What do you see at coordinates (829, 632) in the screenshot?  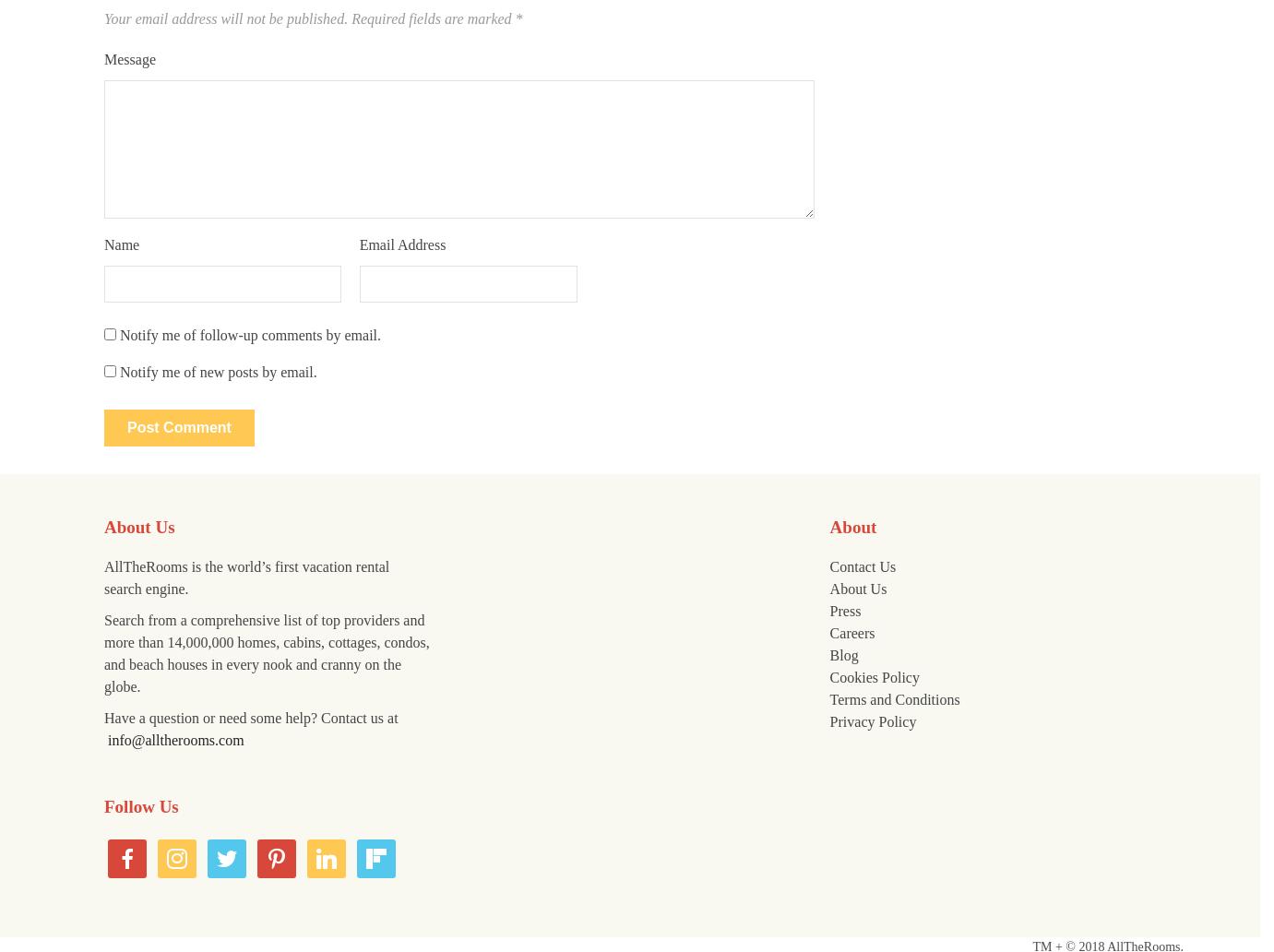 I see `'Careers'` at bounding box center [829, 632].